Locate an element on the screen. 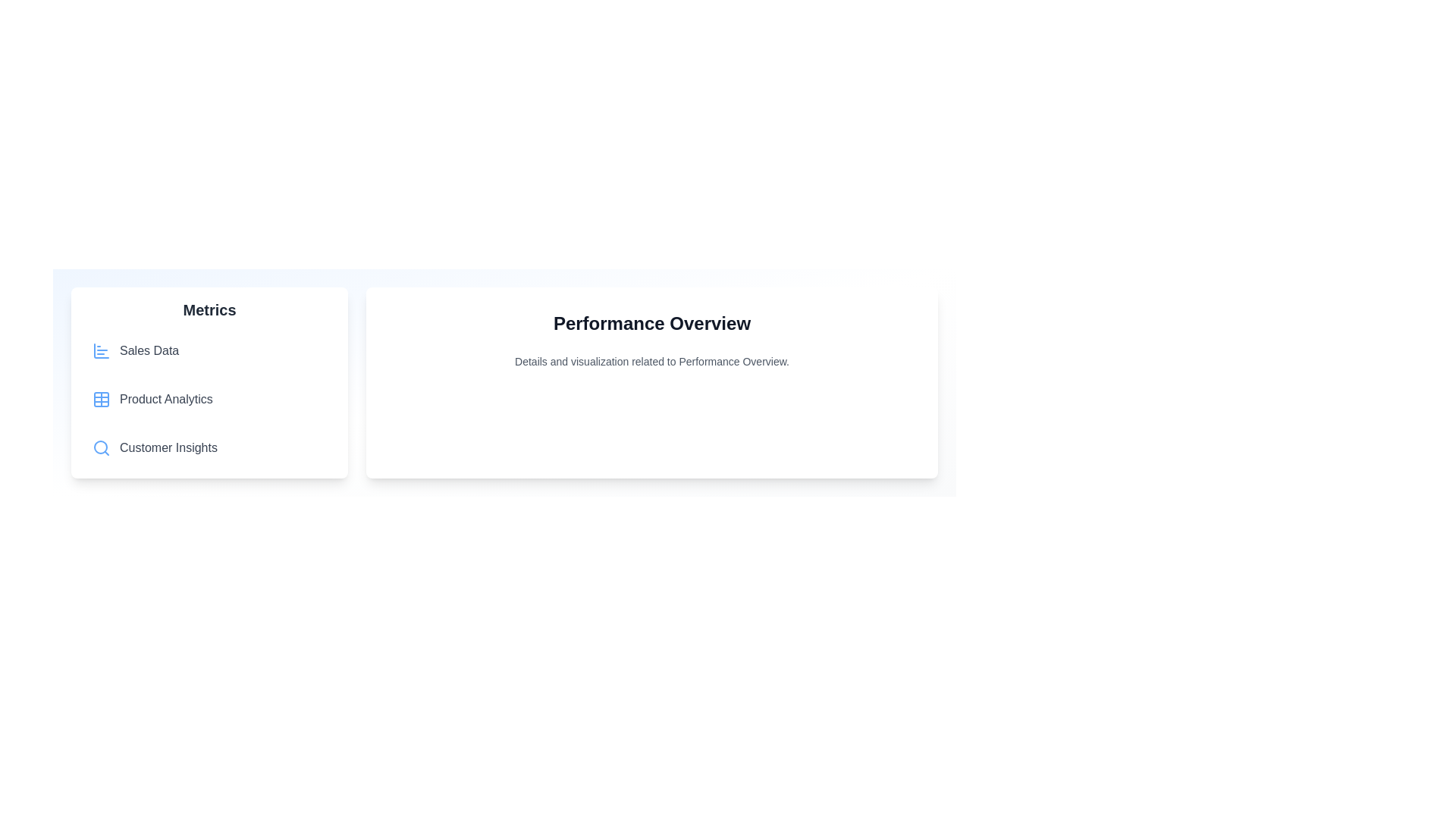 This screenshot has width=1456, height=819. text of the 'Sales Data' label located at the top of a vertical list, next to a bar chart icon is located at coordinates (149, 350).